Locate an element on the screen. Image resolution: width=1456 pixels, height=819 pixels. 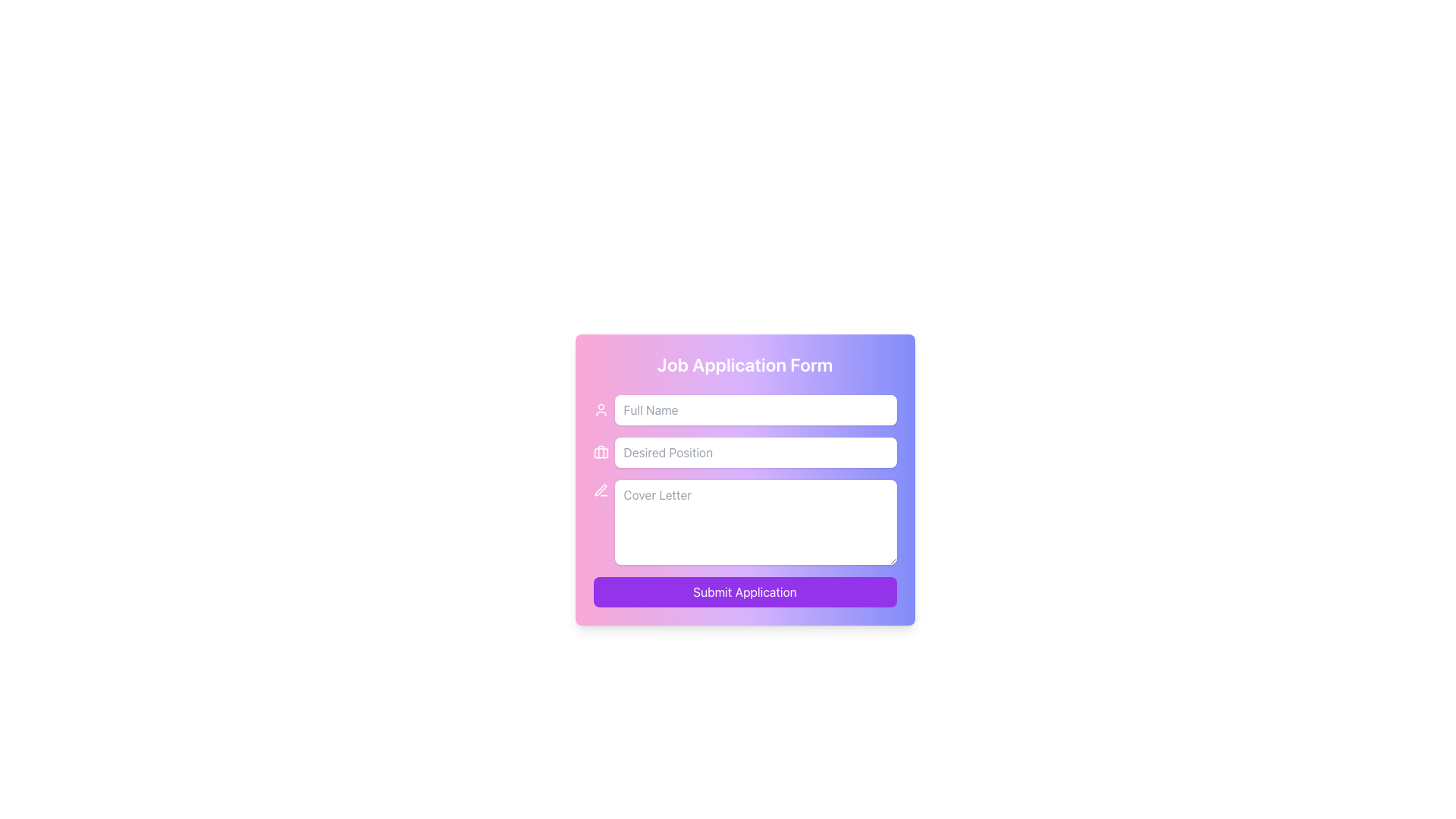
the Decorative Icon resembling a pen with a white outline on a pink background, located to the left of the 'Cover Letter' text area is located at coordinates (600, 491).